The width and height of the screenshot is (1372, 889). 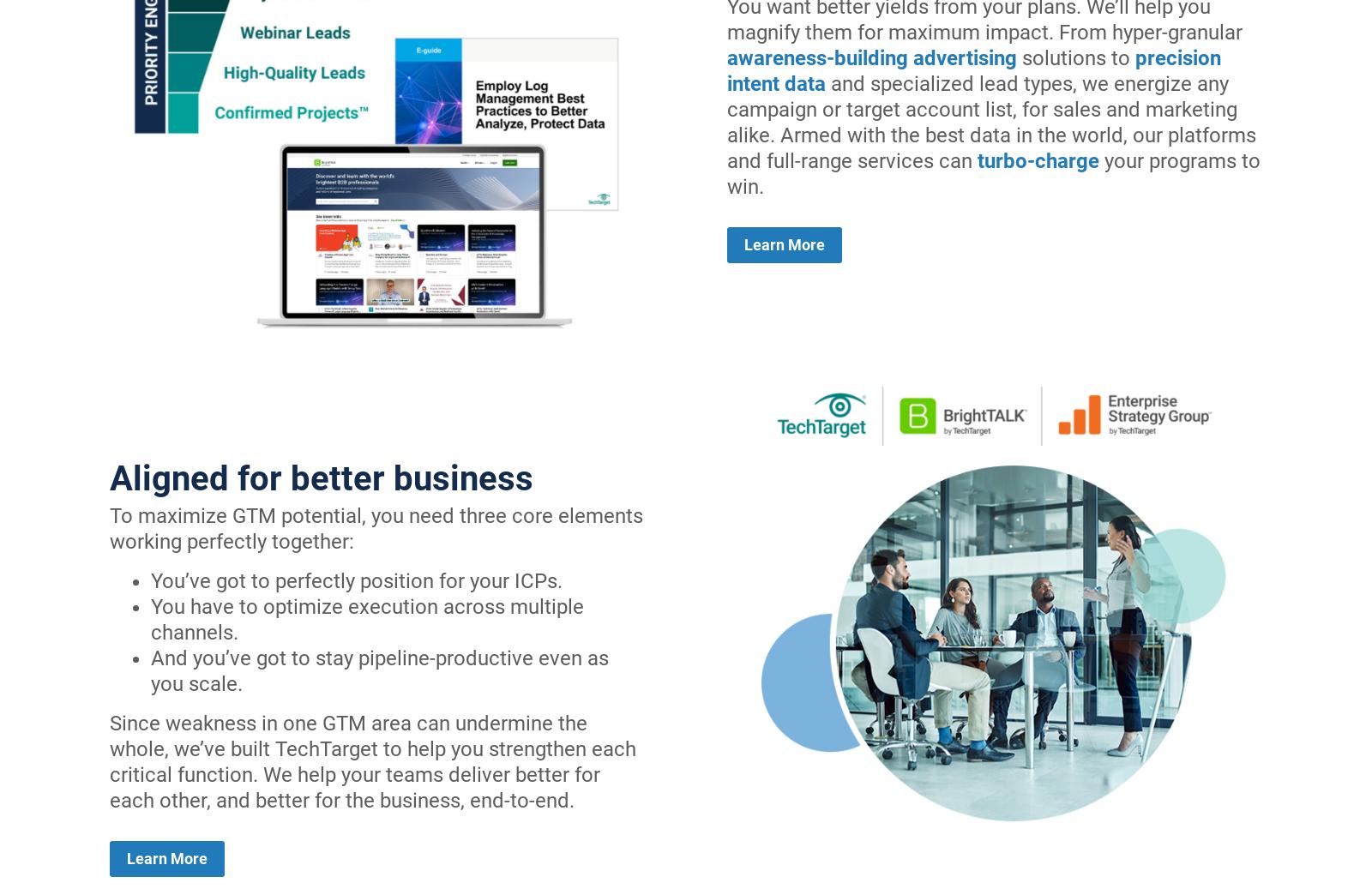 What do you see at coordinates (379, 670) in the screenshot?
I see `'And you’ve got to stay pipeline-productive even as you scale.'` at bounding box center [379, 670].